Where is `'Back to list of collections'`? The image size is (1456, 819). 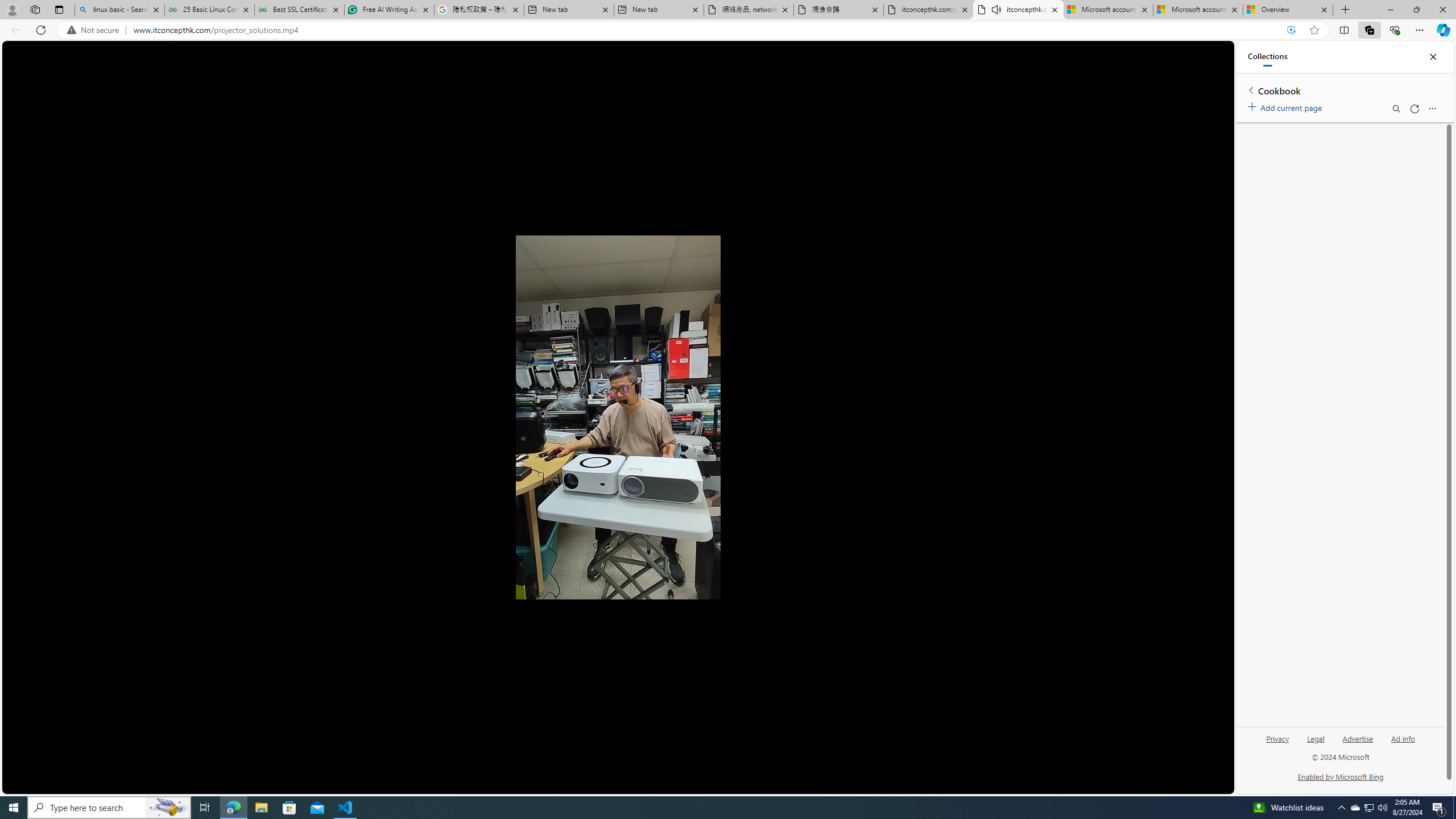
'Back to list of collections' is located at coordinates (1250, 90).